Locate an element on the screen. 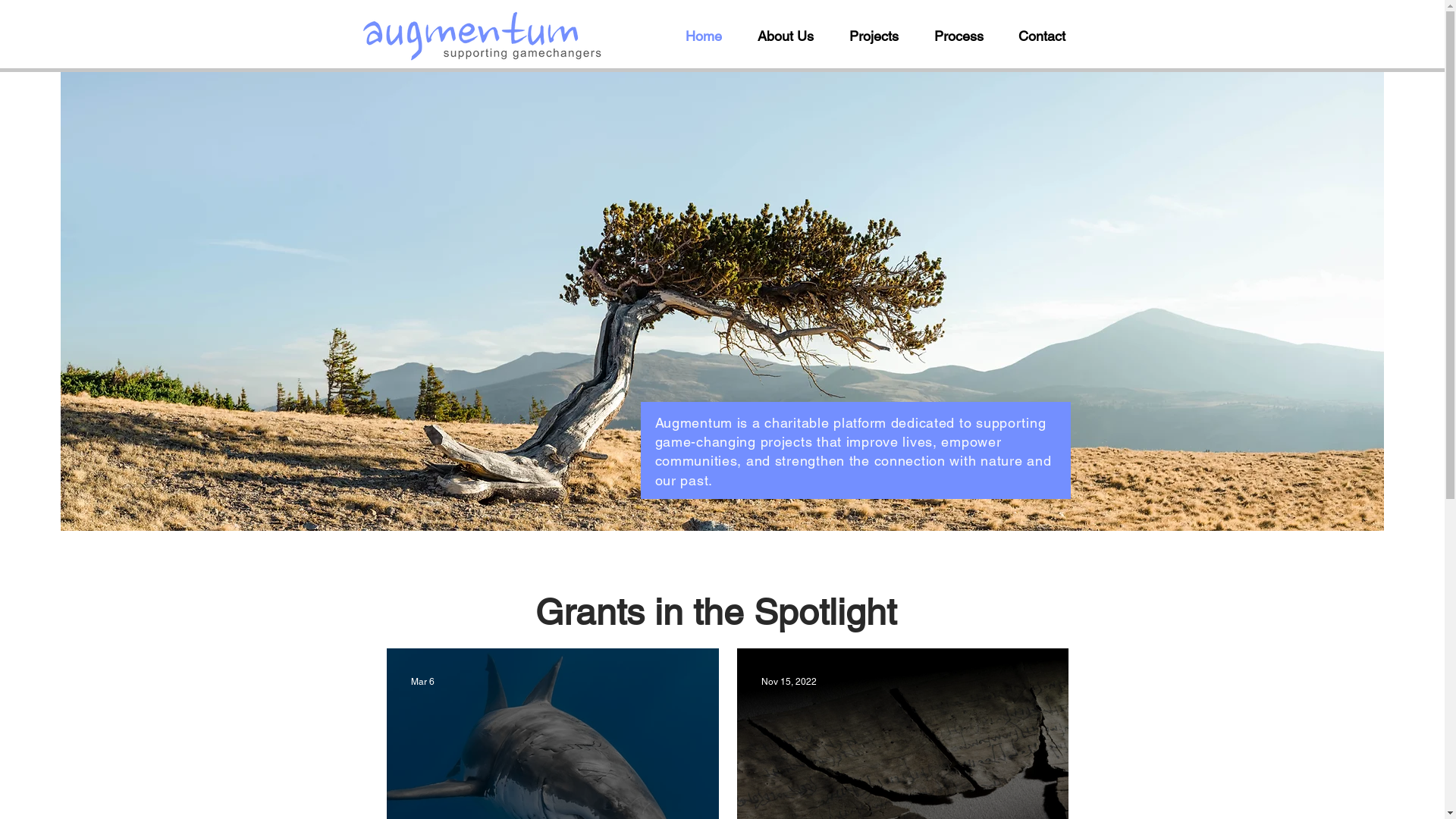 The width and height of the screenshot is (1456, 819). 'Home' is located at coordinates (708, 35).